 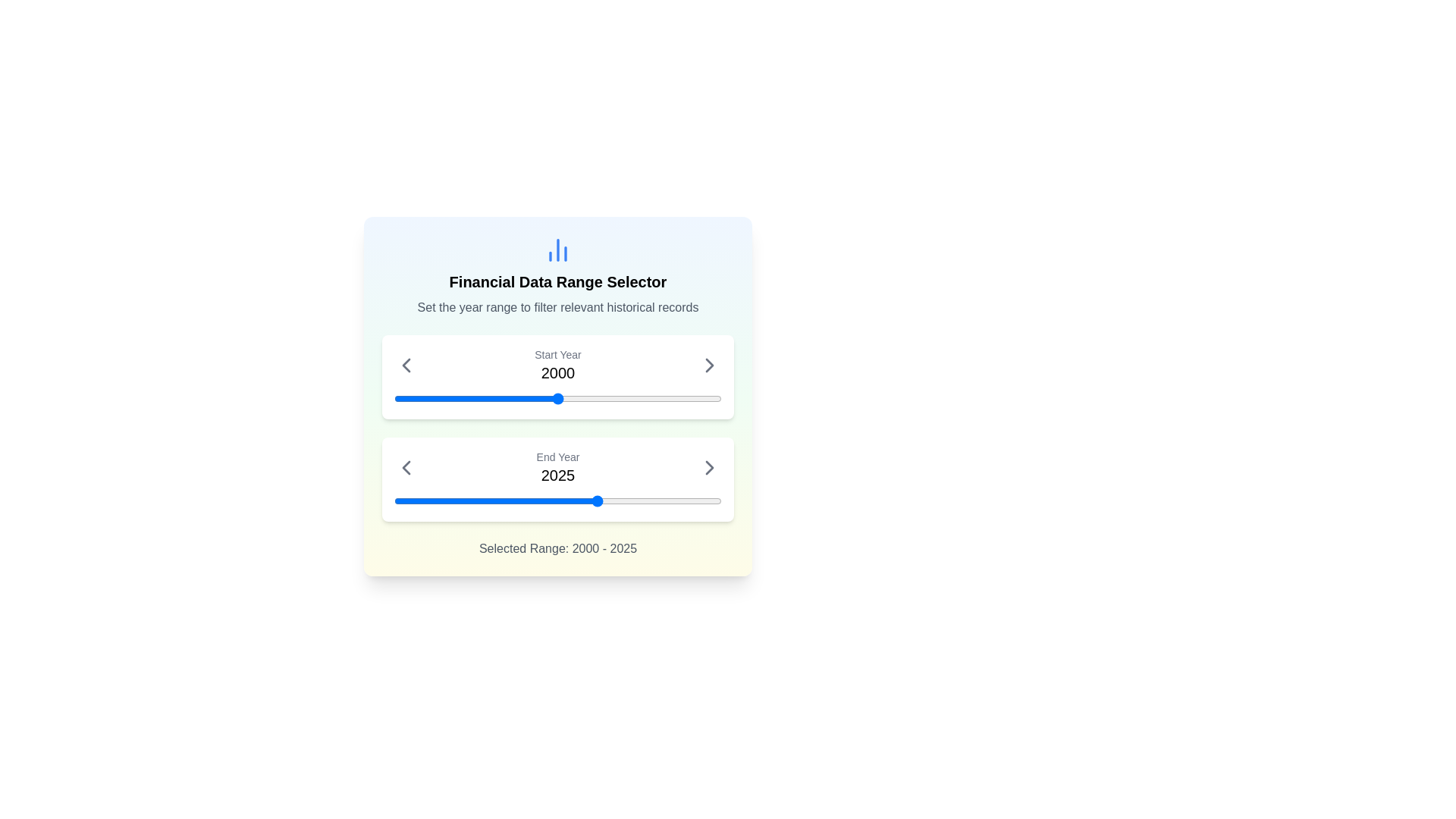 What do you see at coordinates (557, 376) in the screenshot?
I see `the blue marker on the interactive year slider located in the card displaying 'Start Year 2000'` at bounding box center [557, 376].